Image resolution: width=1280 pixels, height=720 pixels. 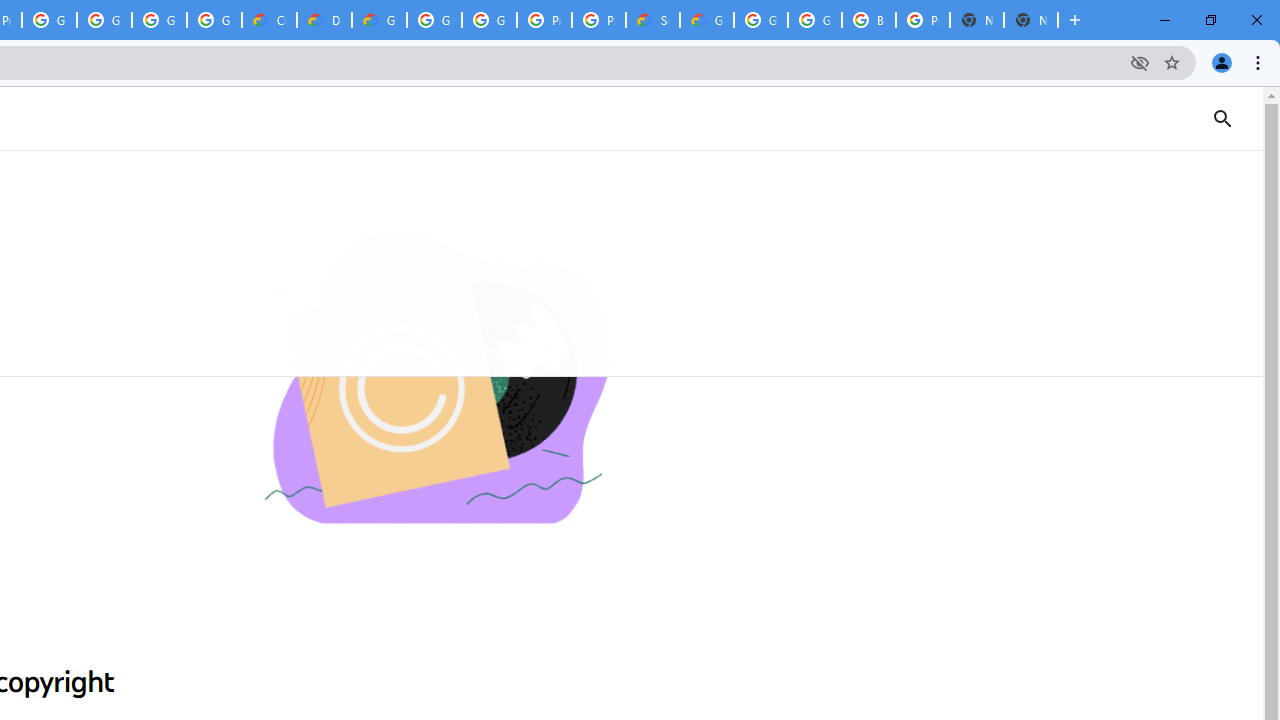 I want to click on 'Support Hub | Google Cloud', so click(x=652, y=20).